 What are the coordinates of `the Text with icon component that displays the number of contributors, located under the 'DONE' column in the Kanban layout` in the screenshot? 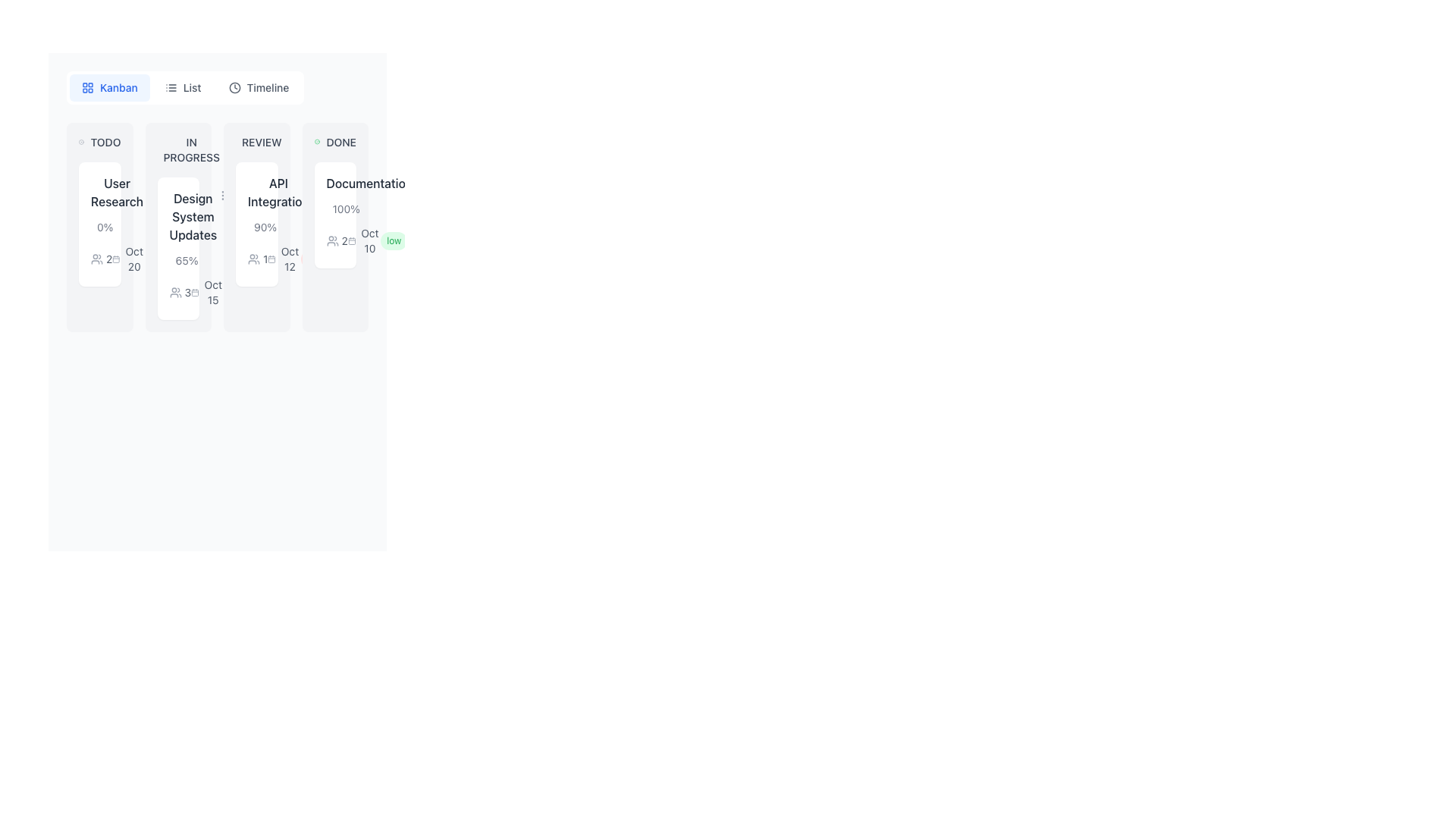 It's located at (336, 240).